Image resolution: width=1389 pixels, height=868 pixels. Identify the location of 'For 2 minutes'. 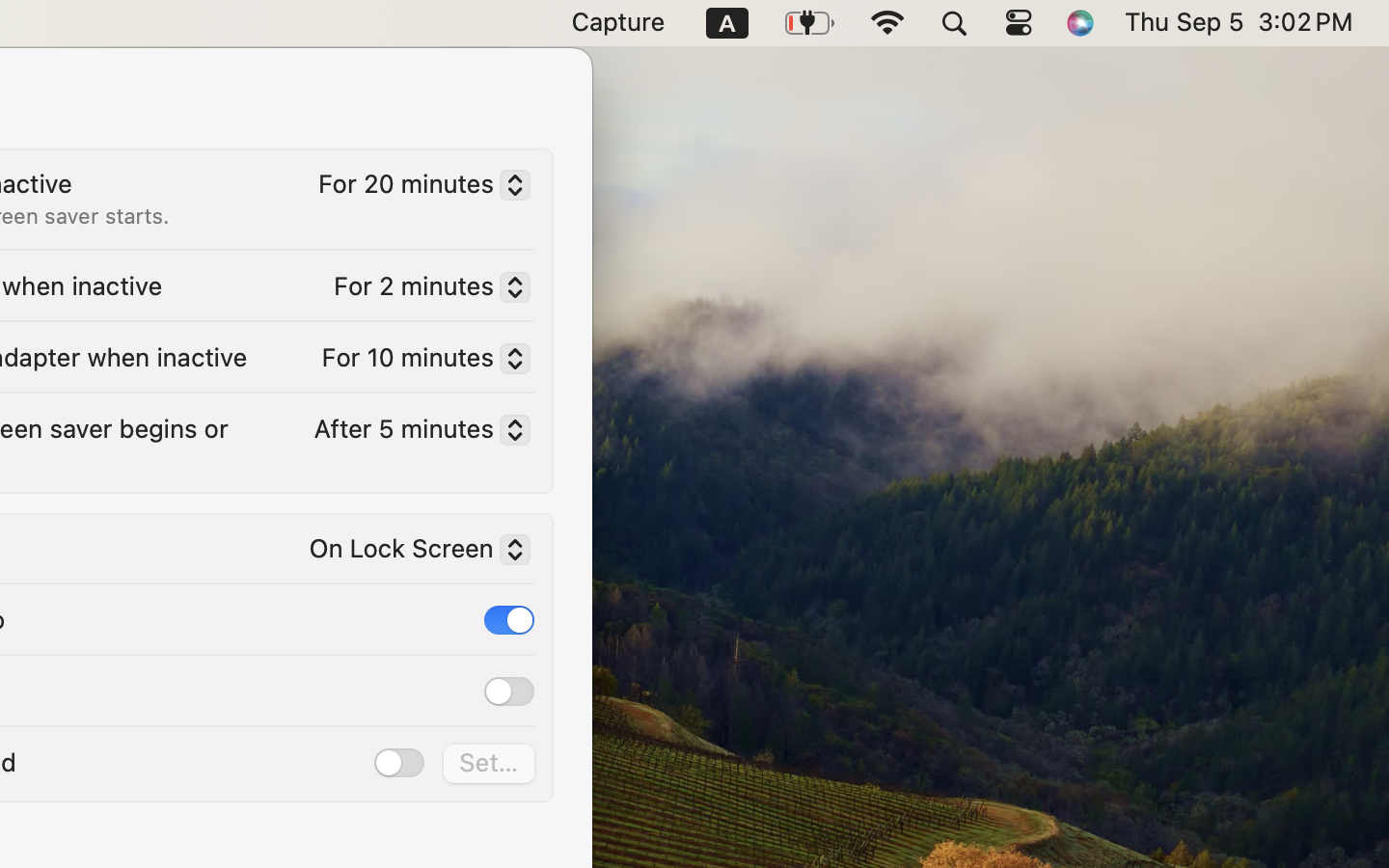
(424, 288).